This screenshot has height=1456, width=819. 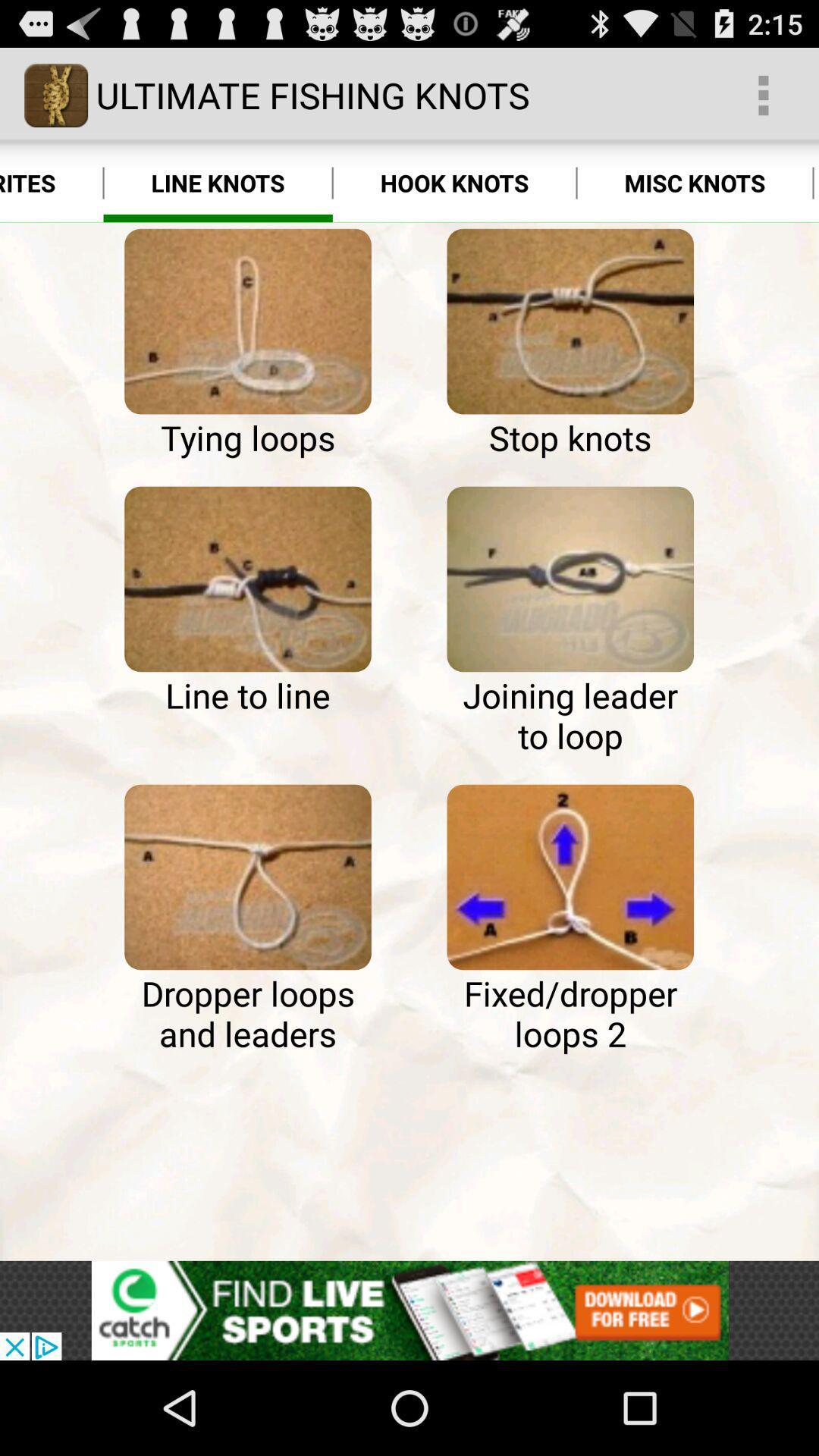 What do you see at coordinates (570, 578) in the screenshot?
I see `knot` at bounding box center [570, 578].